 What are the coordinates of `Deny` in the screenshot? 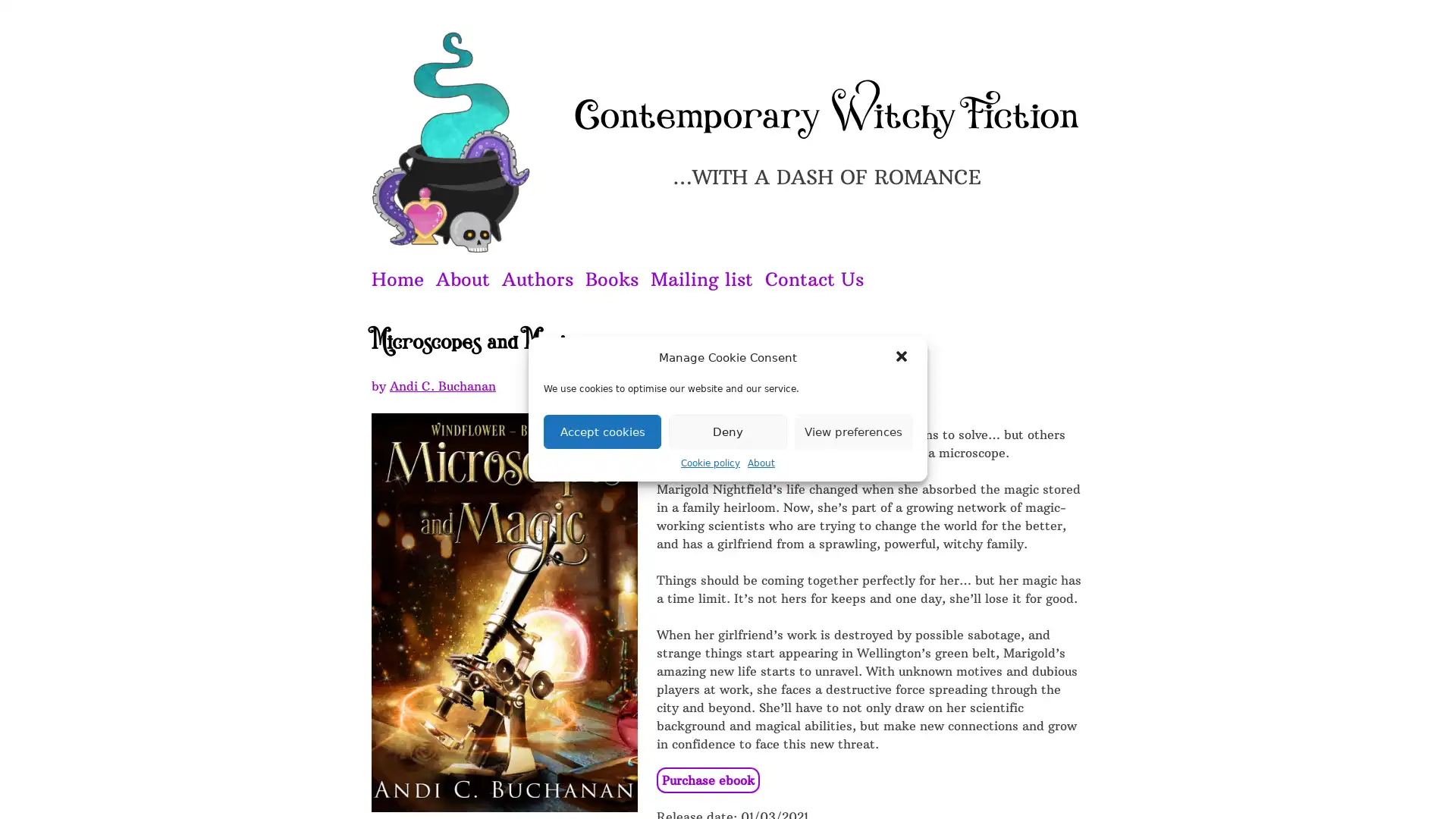 It's located at (726, 431).